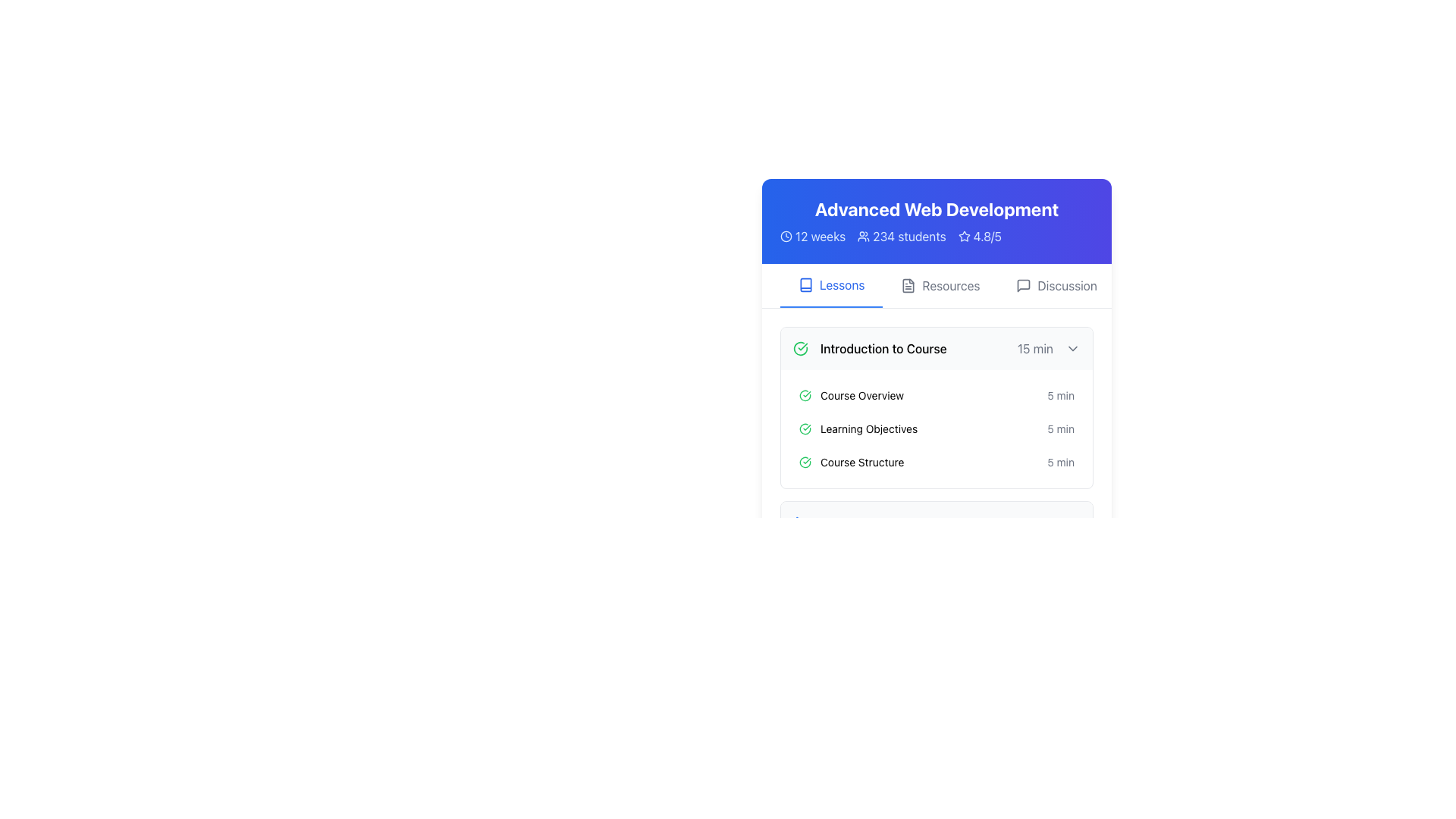 This screenshot has width=1456, height=819. Describe the element at coordinates (870, 348) in the screenshot. I see `the 'Introduction to Course' text label with the green circle check icon, which indicates completion, located under the 'Lessons' tab` at that location.